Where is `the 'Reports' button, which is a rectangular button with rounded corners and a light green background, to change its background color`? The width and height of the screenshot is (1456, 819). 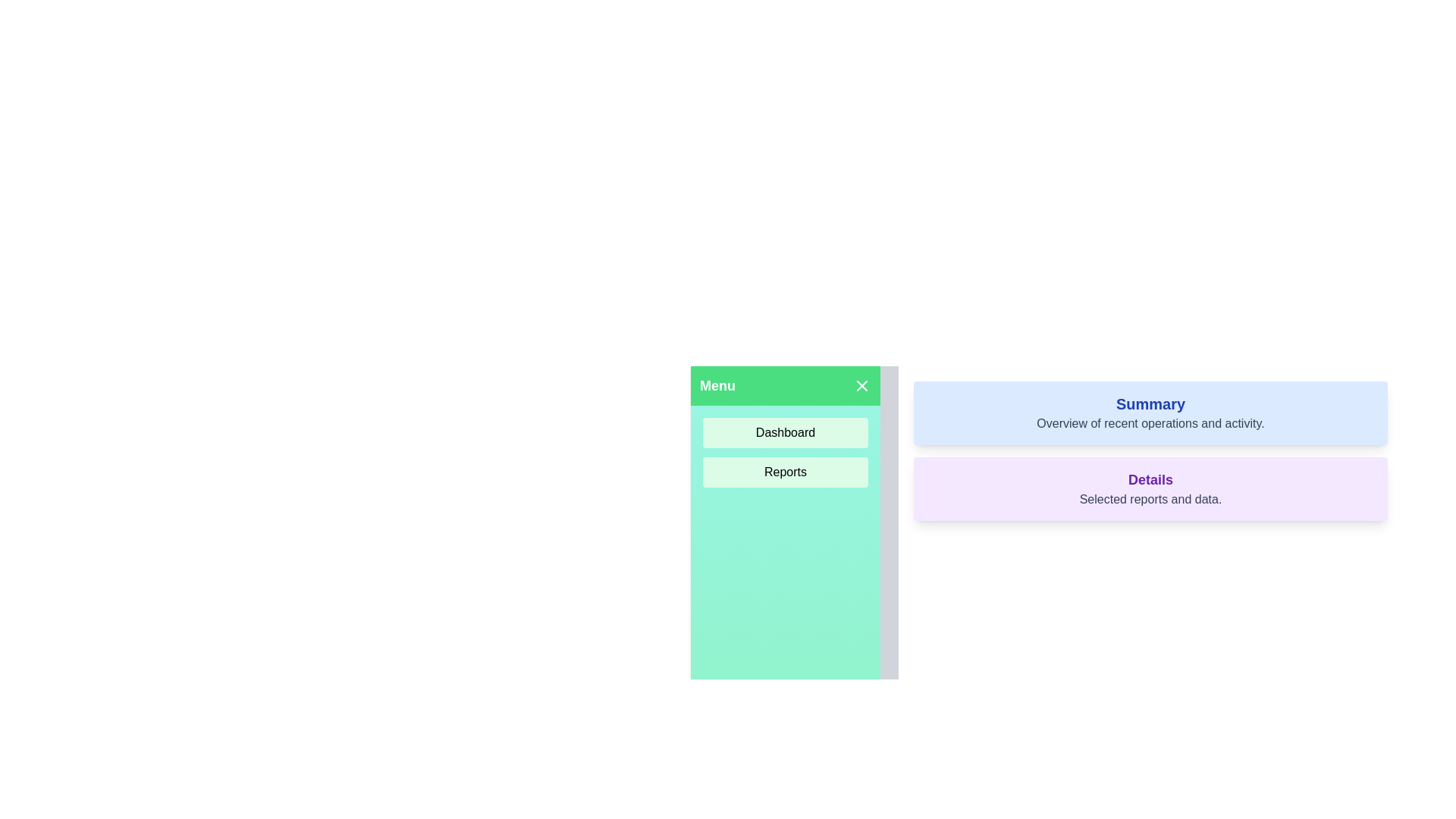
the 'Reports' button, which is a rectangular button with rounded corners and a light green background, to change its background color is located at coordinates (786, 472).